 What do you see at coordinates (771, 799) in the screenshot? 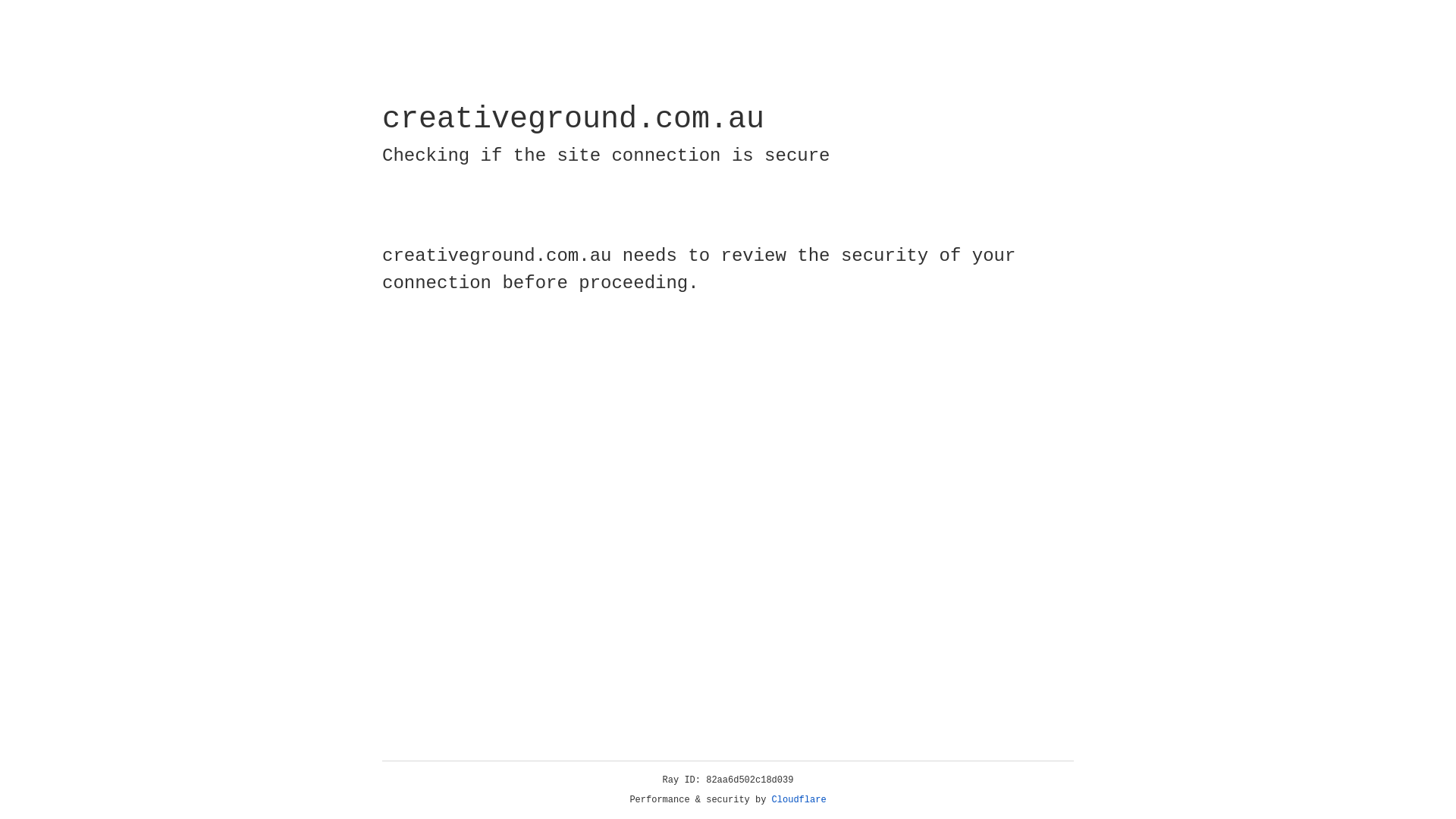
I see `'Cloudflare'` at bounding box center [771, 799].